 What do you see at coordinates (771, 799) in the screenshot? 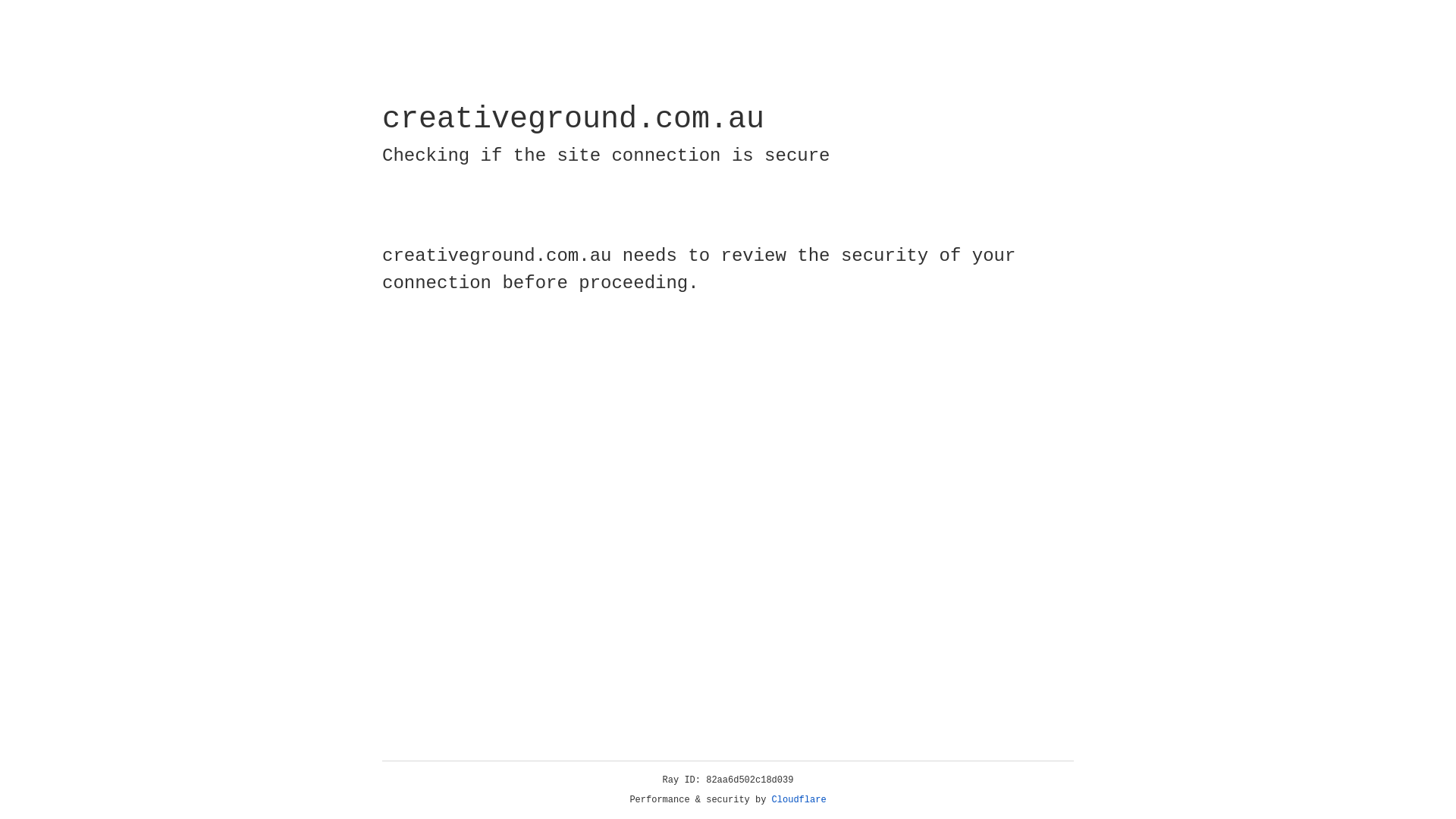
I see `'Cloudflare'` at bounding box center [771, 799].